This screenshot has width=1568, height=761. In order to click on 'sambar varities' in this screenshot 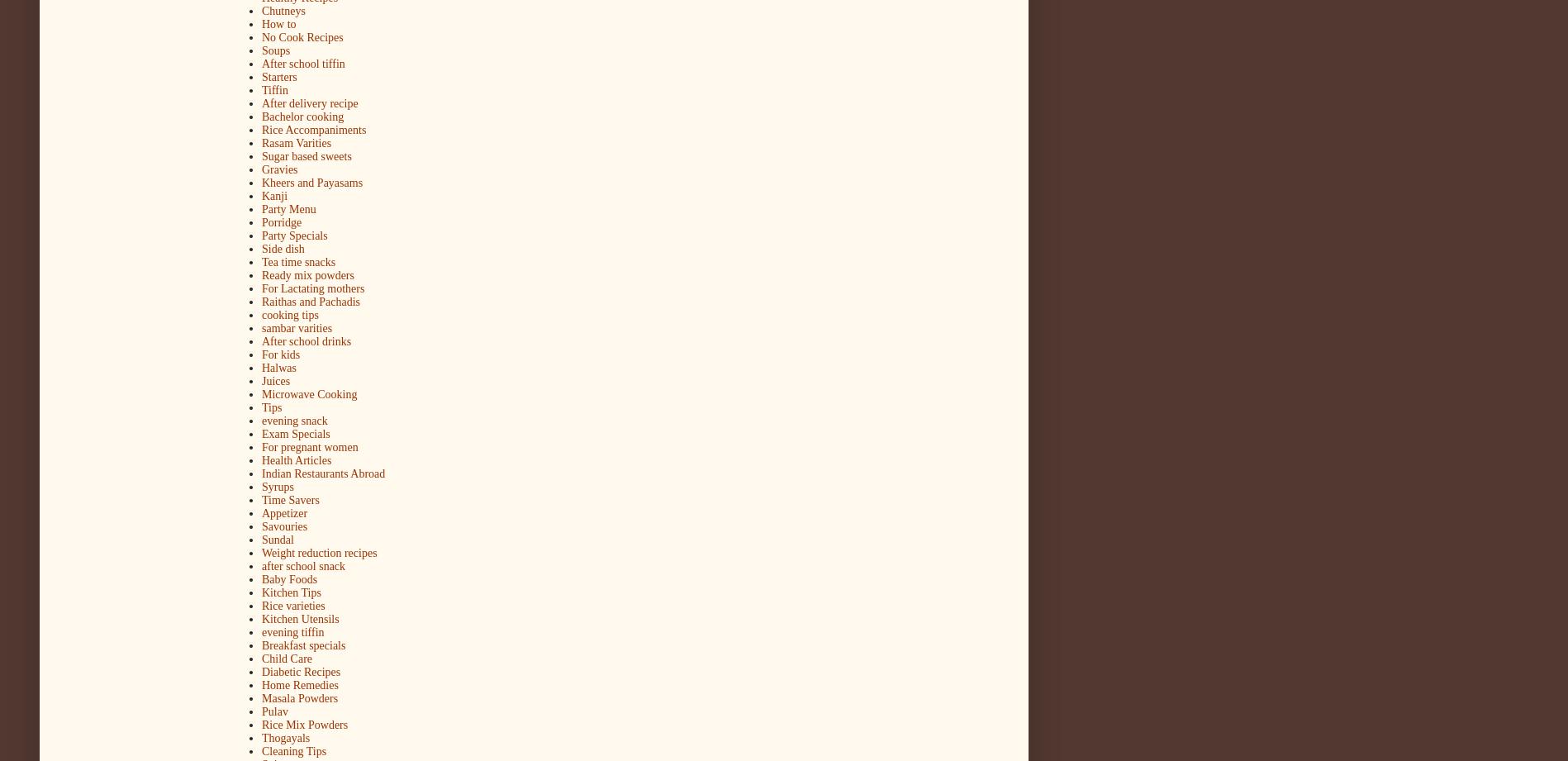, I will do `click(297, 328)`.